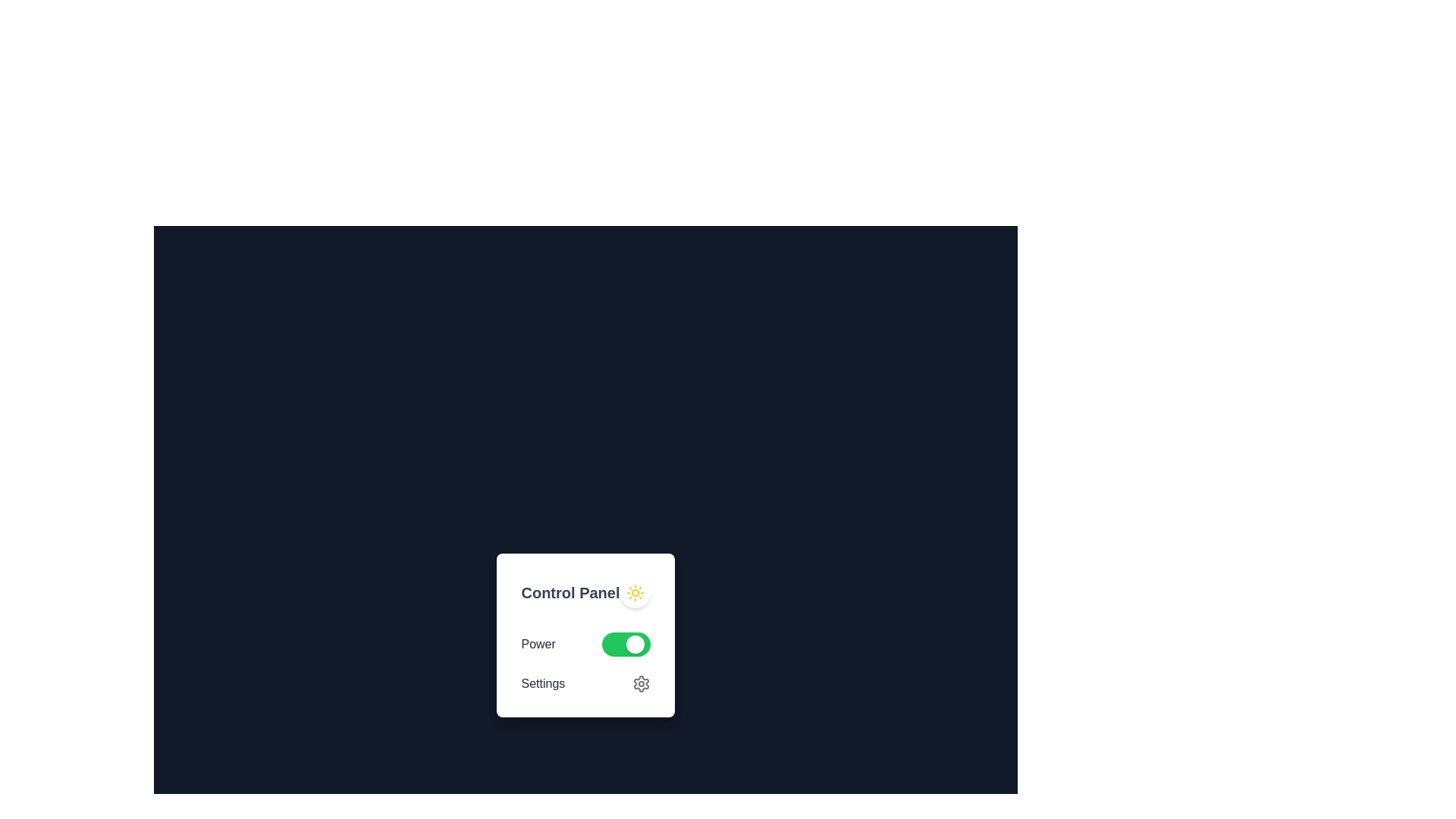 The width and height of the screenshot is (1456, 819). I want to click on the white handle of the Toggle switch, so click(626, 644).